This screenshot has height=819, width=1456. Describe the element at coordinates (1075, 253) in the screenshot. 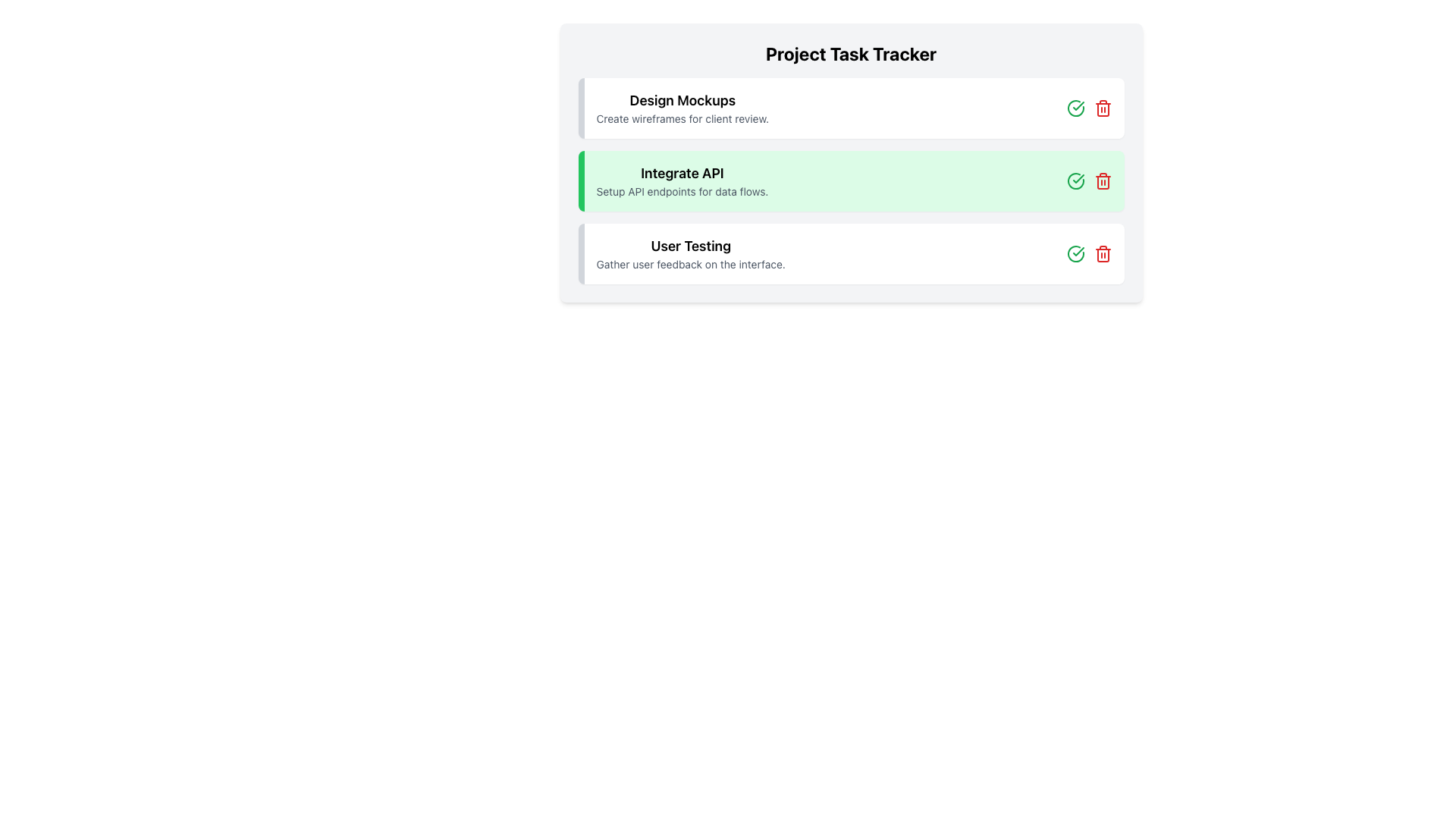

I see `the 'completed' icon located in the 'Integrate API' task within the 'Project Task Tracker' interface` at that location.